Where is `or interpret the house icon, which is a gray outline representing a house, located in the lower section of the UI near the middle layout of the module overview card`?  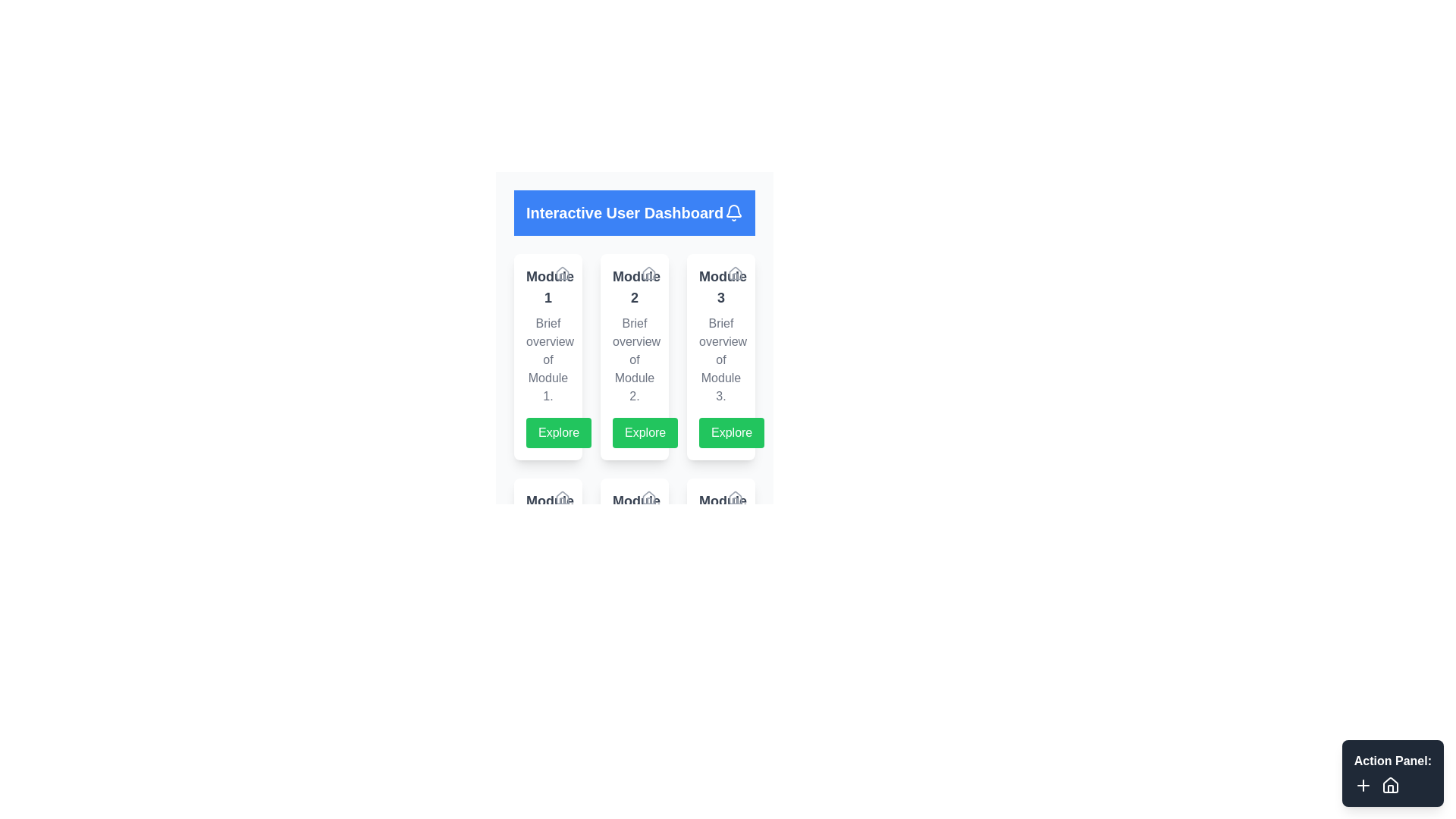
or interpret the house icon, which is a gray outline representing a house, located in the lower section of the UI near the middle layout of the module overview card is located at coordinates (648, 497).